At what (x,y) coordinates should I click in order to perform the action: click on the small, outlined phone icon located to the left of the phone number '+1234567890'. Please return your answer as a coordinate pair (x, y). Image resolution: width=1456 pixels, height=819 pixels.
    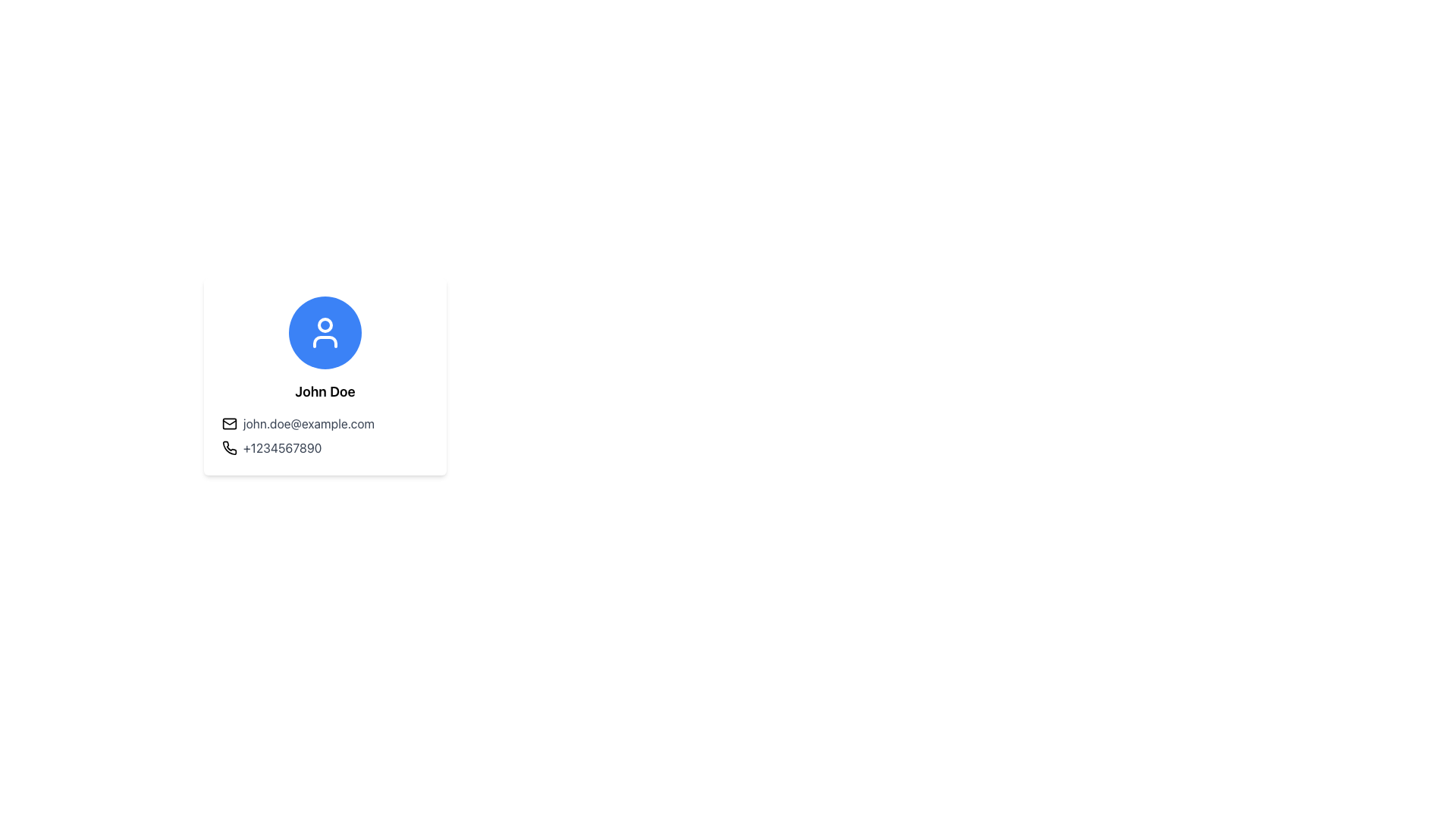
    Looking at the image, I should click on (228, 447).